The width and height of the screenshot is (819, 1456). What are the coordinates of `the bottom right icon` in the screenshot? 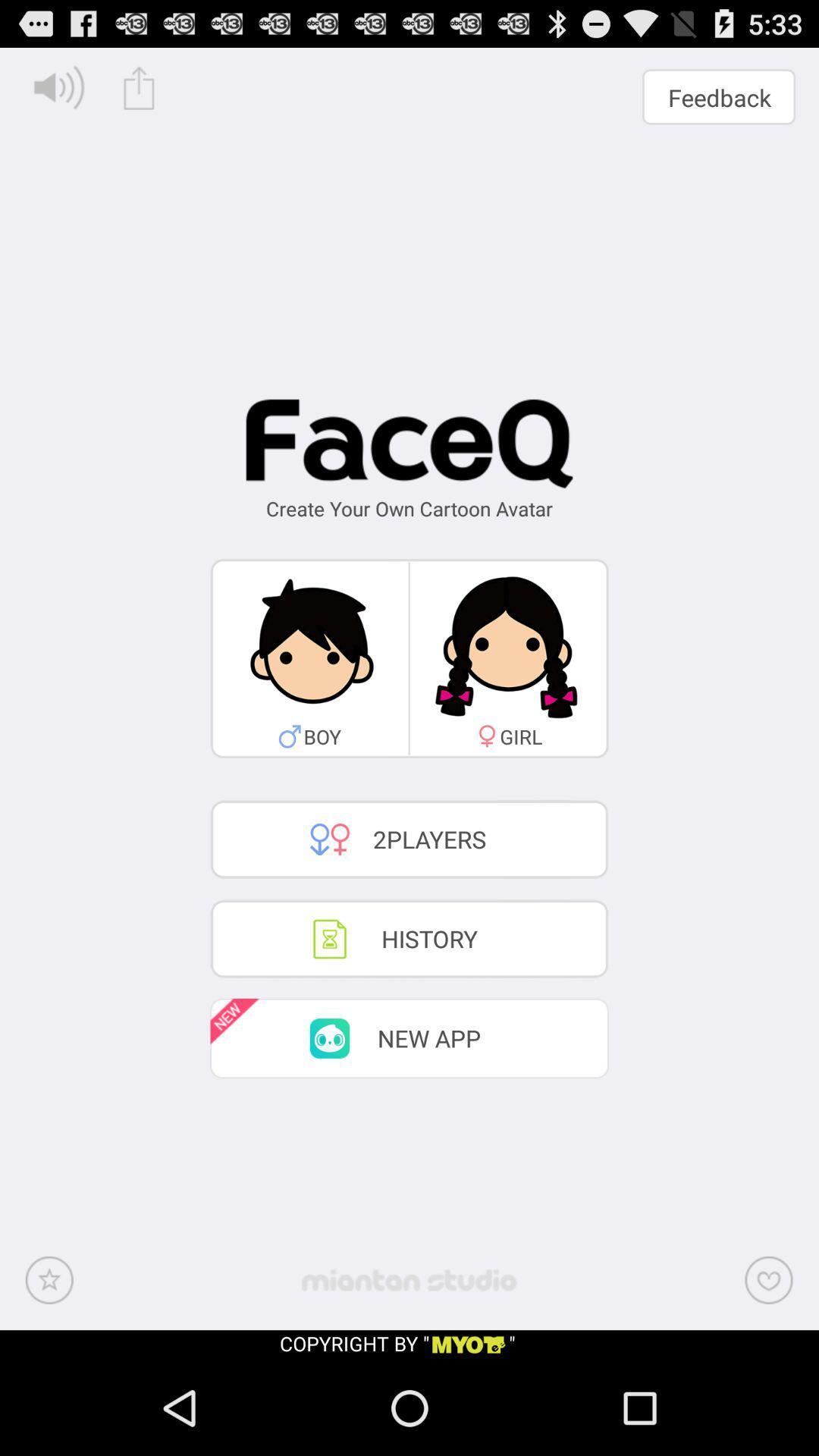 It's located at (769, 1279).